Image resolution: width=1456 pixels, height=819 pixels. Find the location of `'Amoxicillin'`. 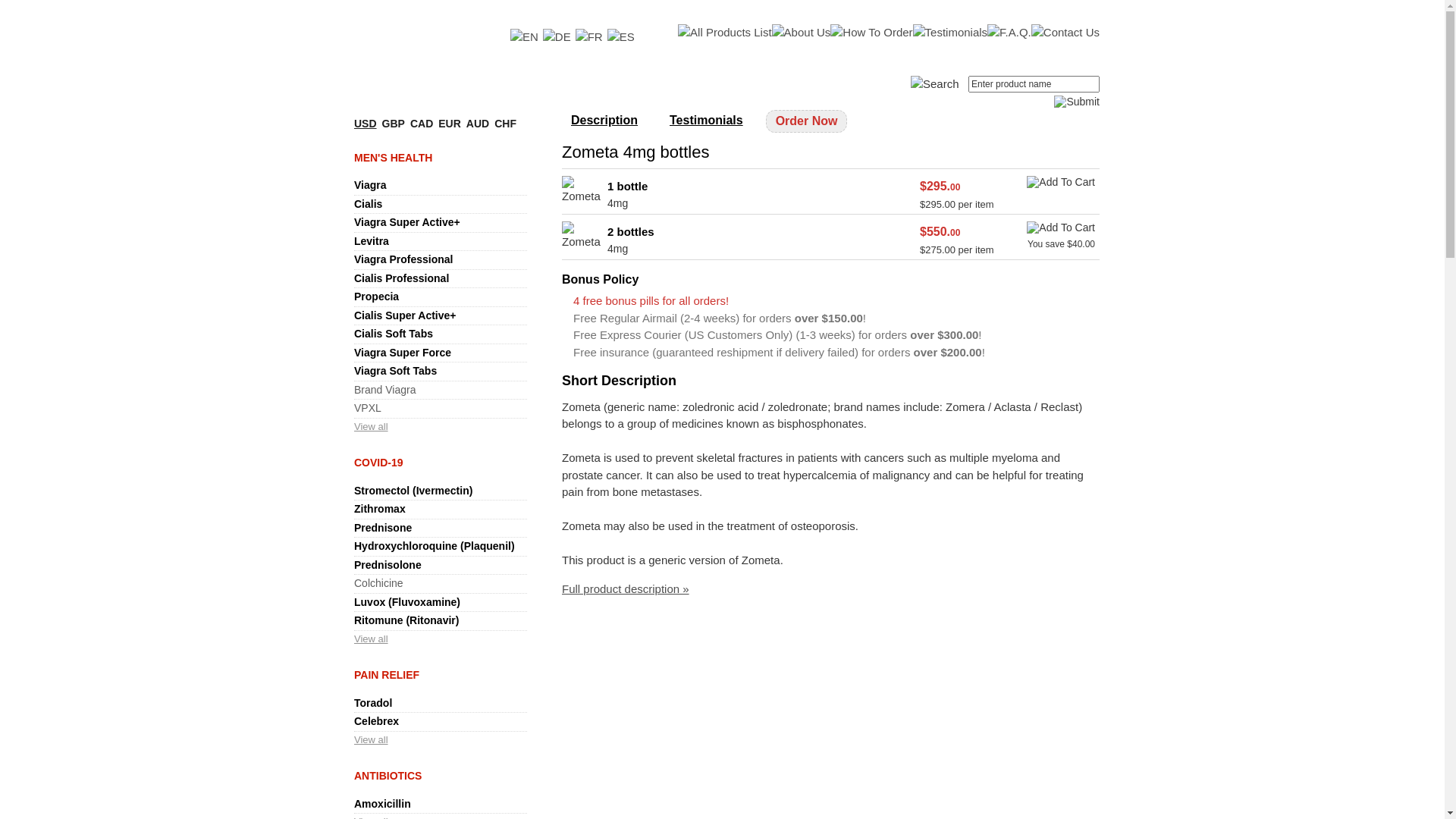

'Amoxicillin' is located at coordinates (382, 803).